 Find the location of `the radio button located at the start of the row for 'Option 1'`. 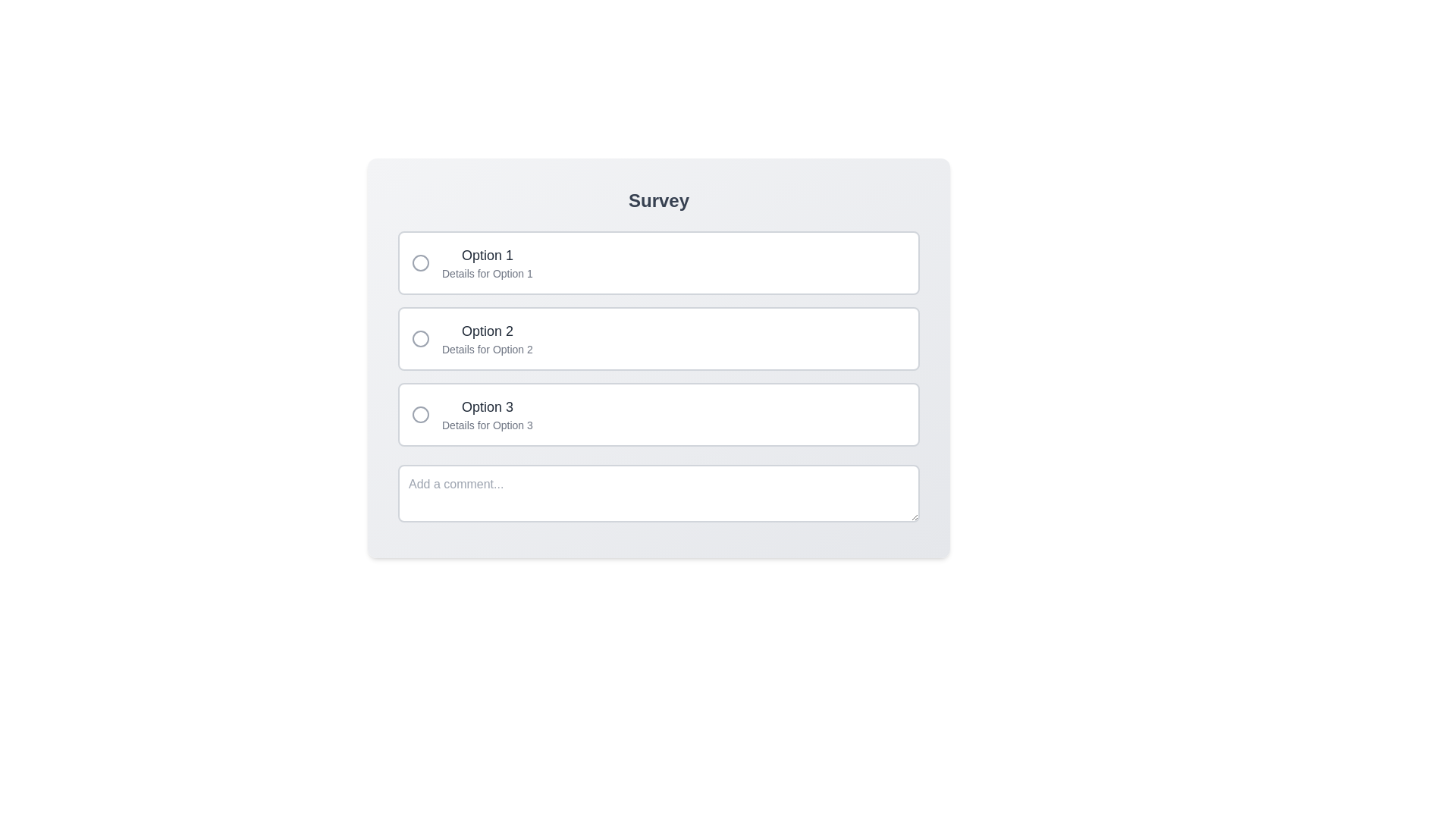

the radio button located at the start of the row for 'Option 1' is located at coordinates (421, 262).